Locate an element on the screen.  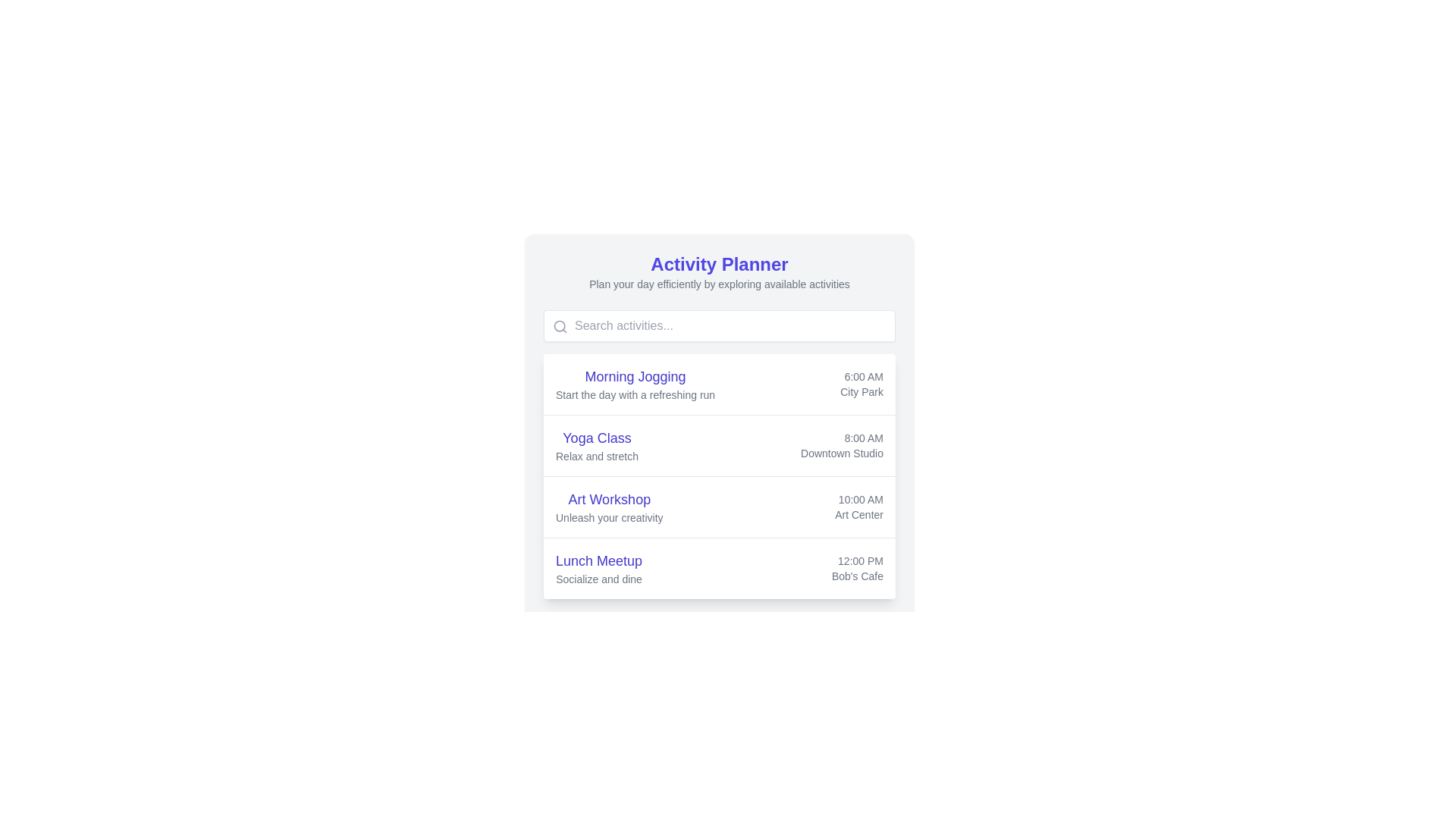
the 'Lunch Meetup' scheduled time text element, which is positioned in the fourth row of the information block, to check if additional information is displayed is located at coordinates (858, 561).